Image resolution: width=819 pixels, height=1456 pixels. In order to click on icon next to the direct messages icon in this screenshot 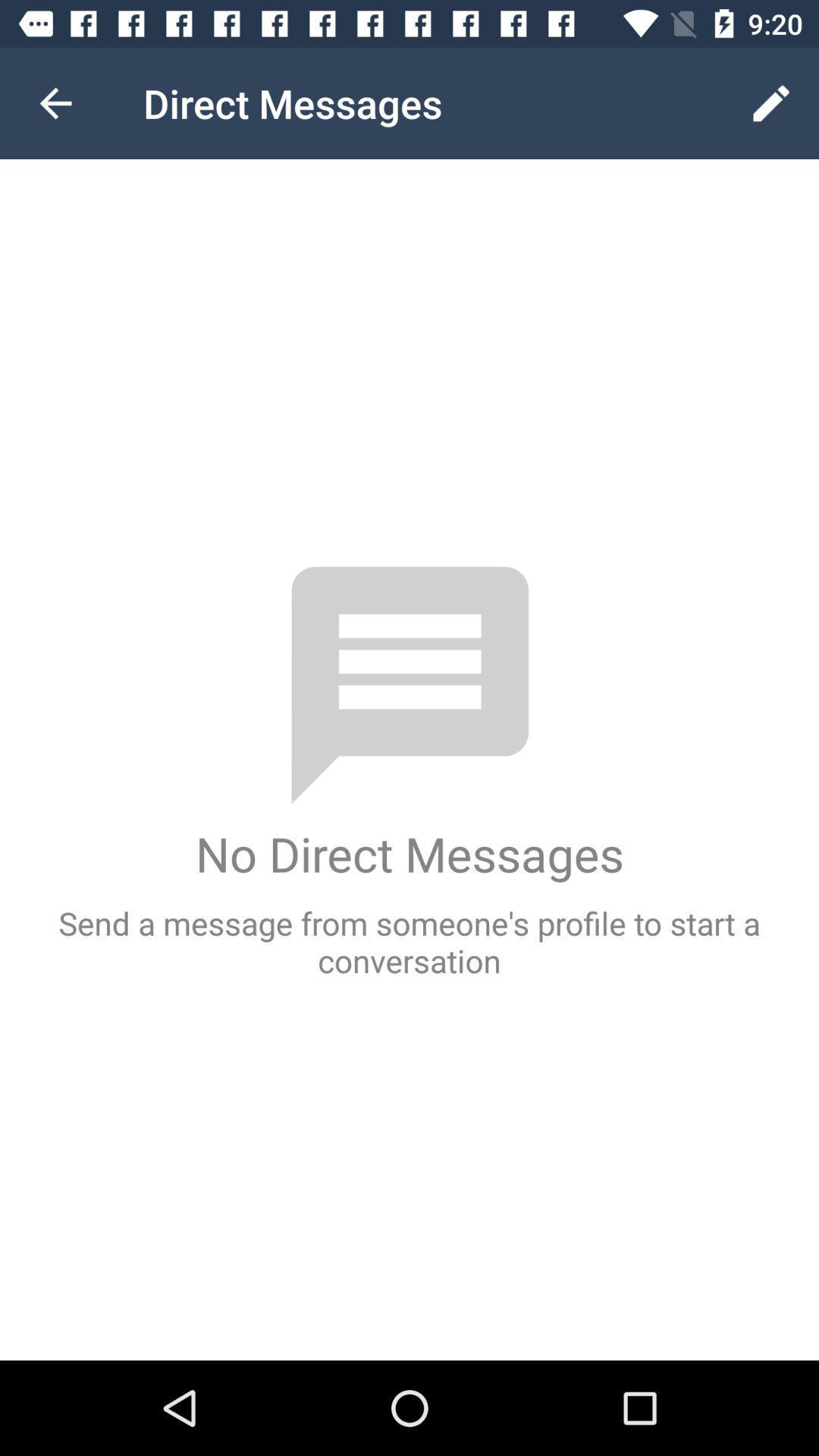, I will do `click(771, 102)`.